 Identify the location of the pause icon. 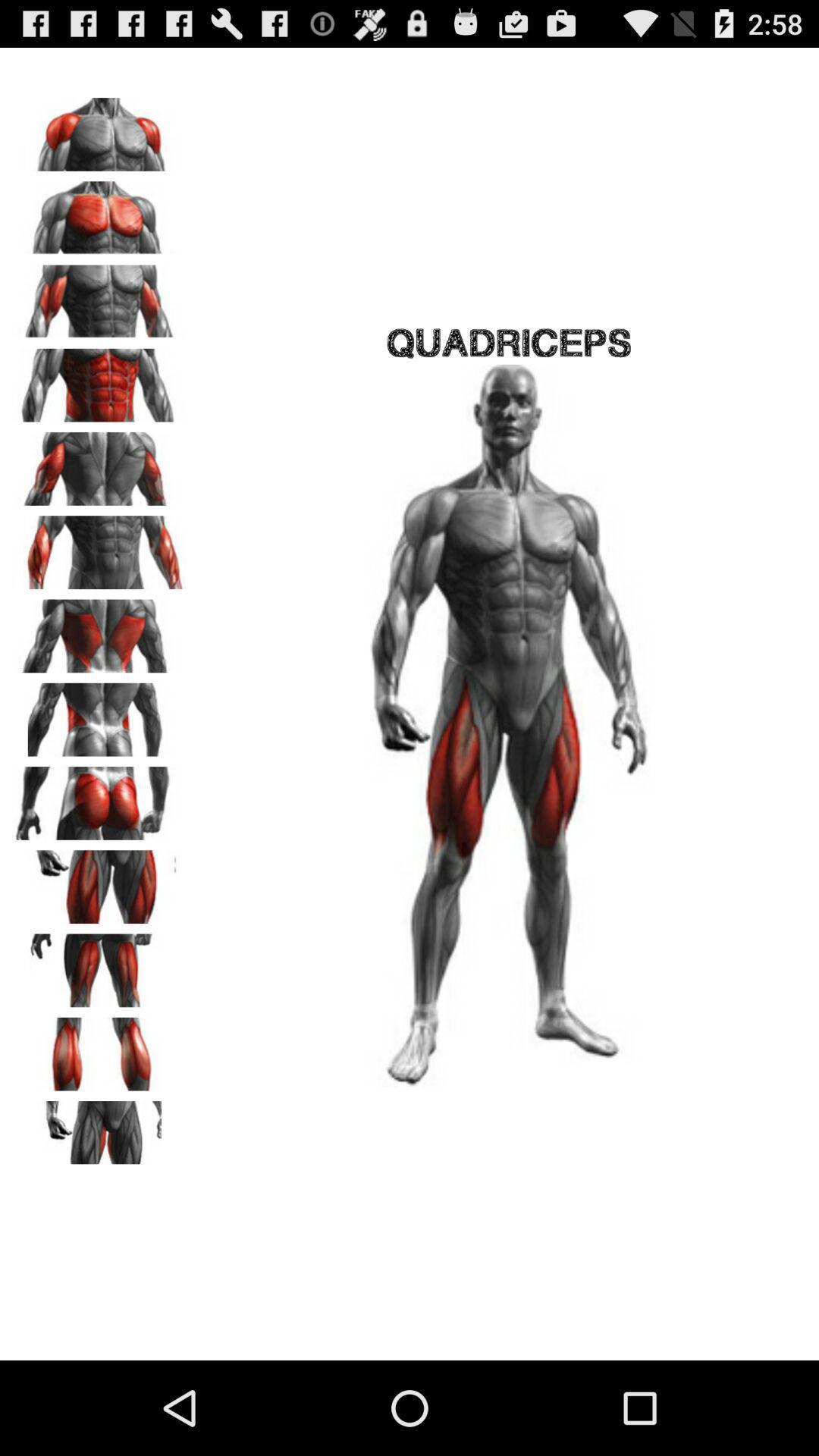
(99, 1032).